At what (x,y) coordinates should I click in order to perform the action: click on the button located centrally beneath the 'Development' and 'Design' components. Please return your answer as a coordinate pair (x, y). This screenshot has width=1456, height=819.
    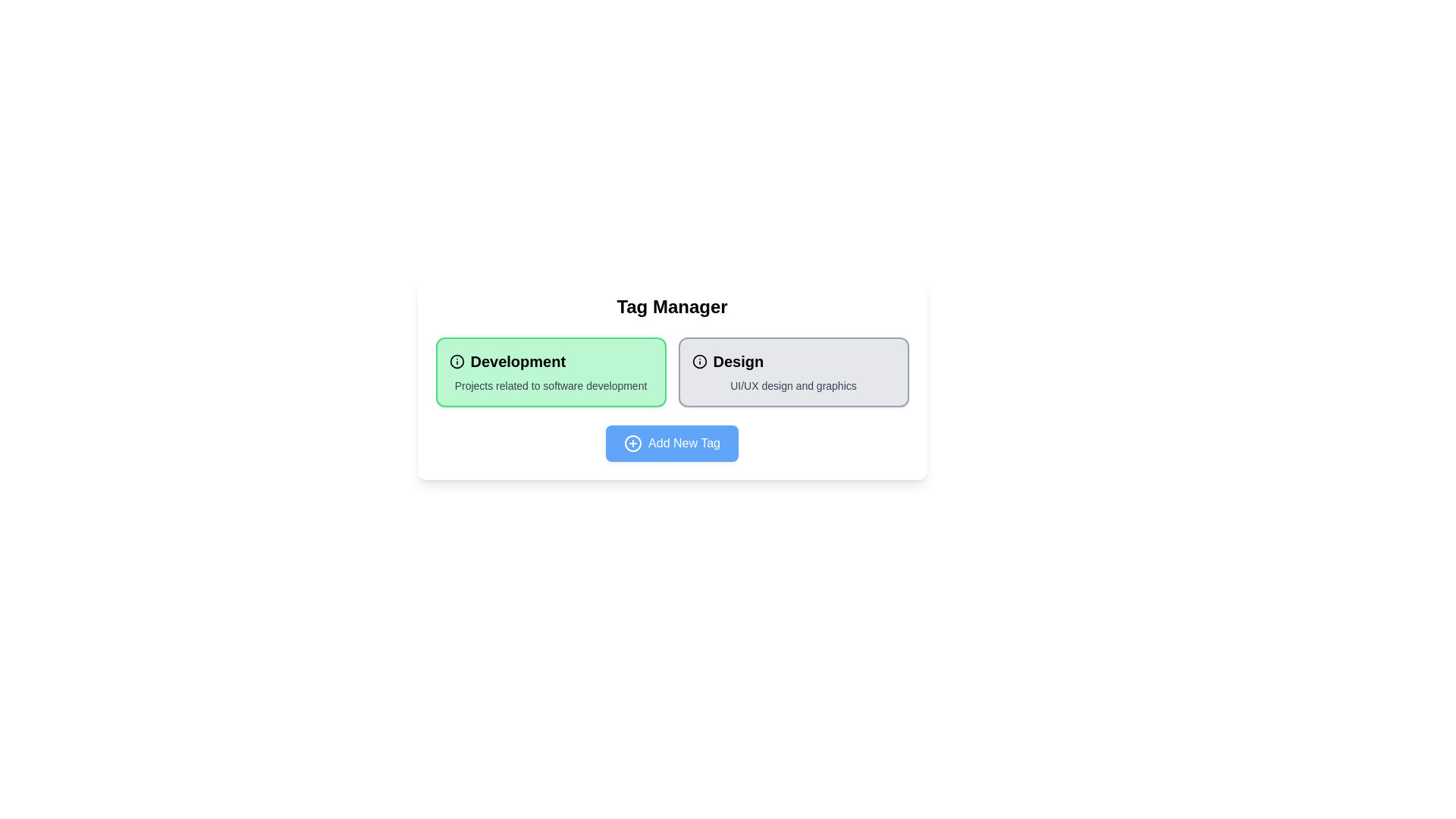
    Looking at the image, I should click on (671, 444).